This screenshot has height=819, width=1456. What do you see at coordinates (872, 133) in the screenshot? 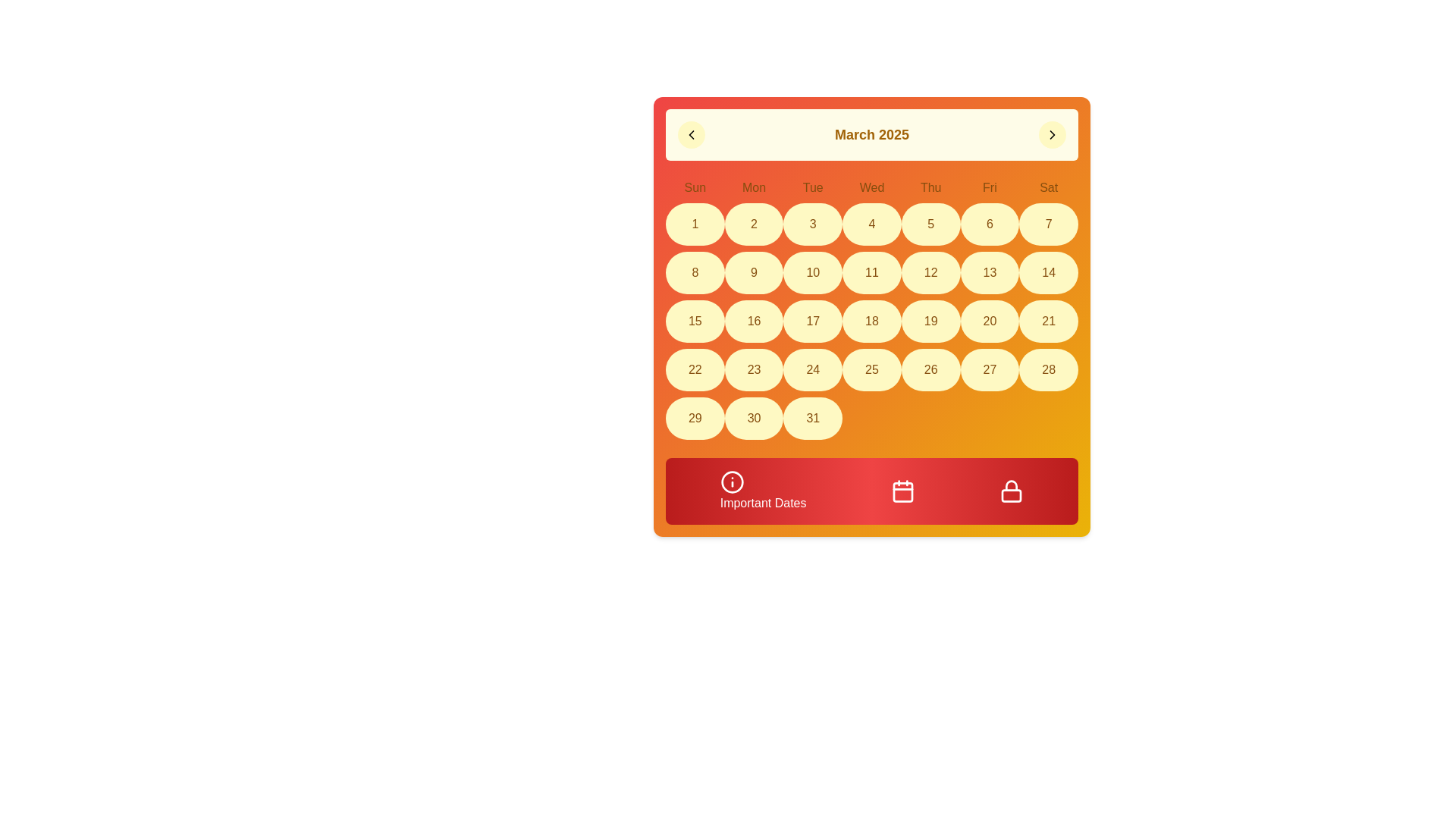
I see `the calendar header displaying the current month and year, which is centrally located in the header area of the calendar interface` at bounding box center [872, 133].